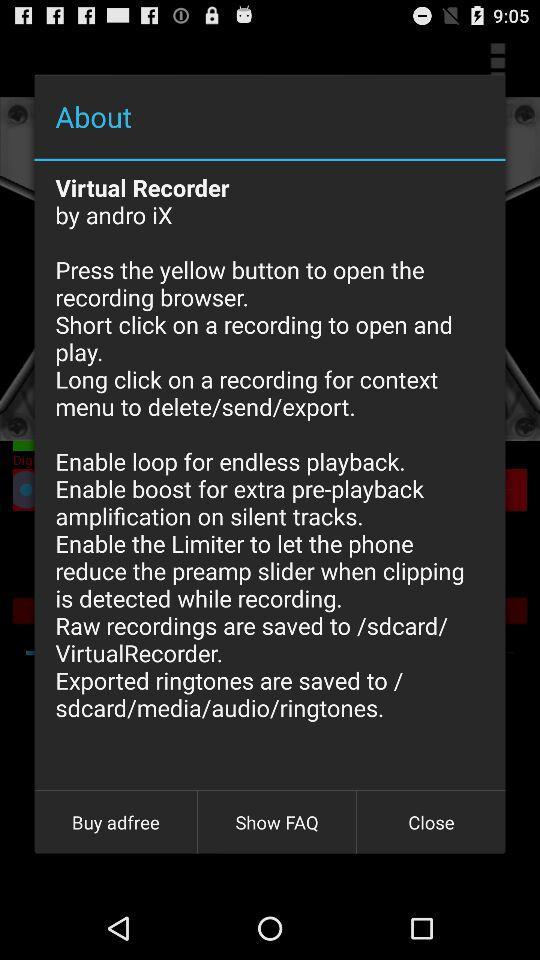 The width and height of the screenshot is (540, 960). Describe the element at coordinates (276, 822) in the screenshot. I see `show faq at the bottom` at that location.